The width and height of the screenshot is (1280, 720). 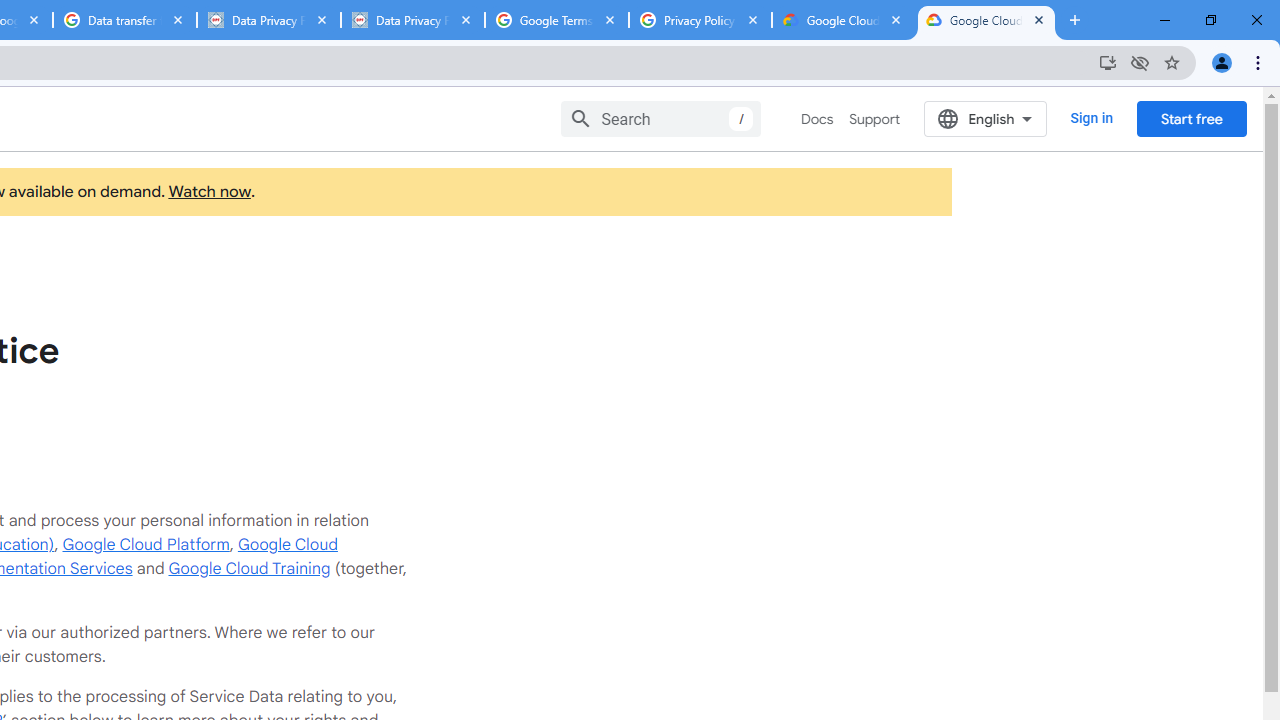 I want to click on 'Start free', so click(x=1191, y=118).